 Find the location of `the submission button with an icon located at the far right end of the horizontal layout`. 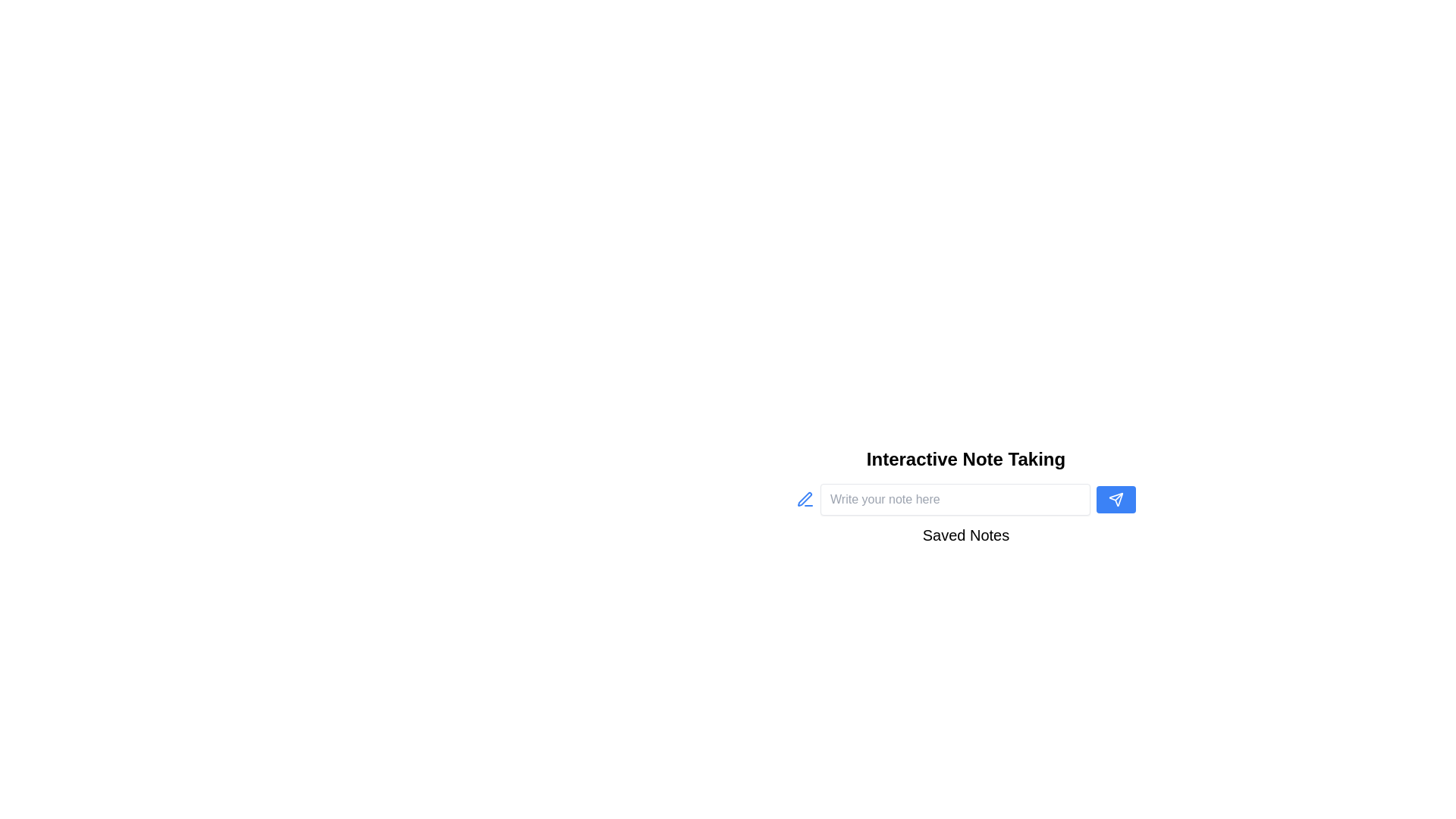

the submission button with an icon located at the far right end of the horizontal layout is located at coordinates (1116, 500).